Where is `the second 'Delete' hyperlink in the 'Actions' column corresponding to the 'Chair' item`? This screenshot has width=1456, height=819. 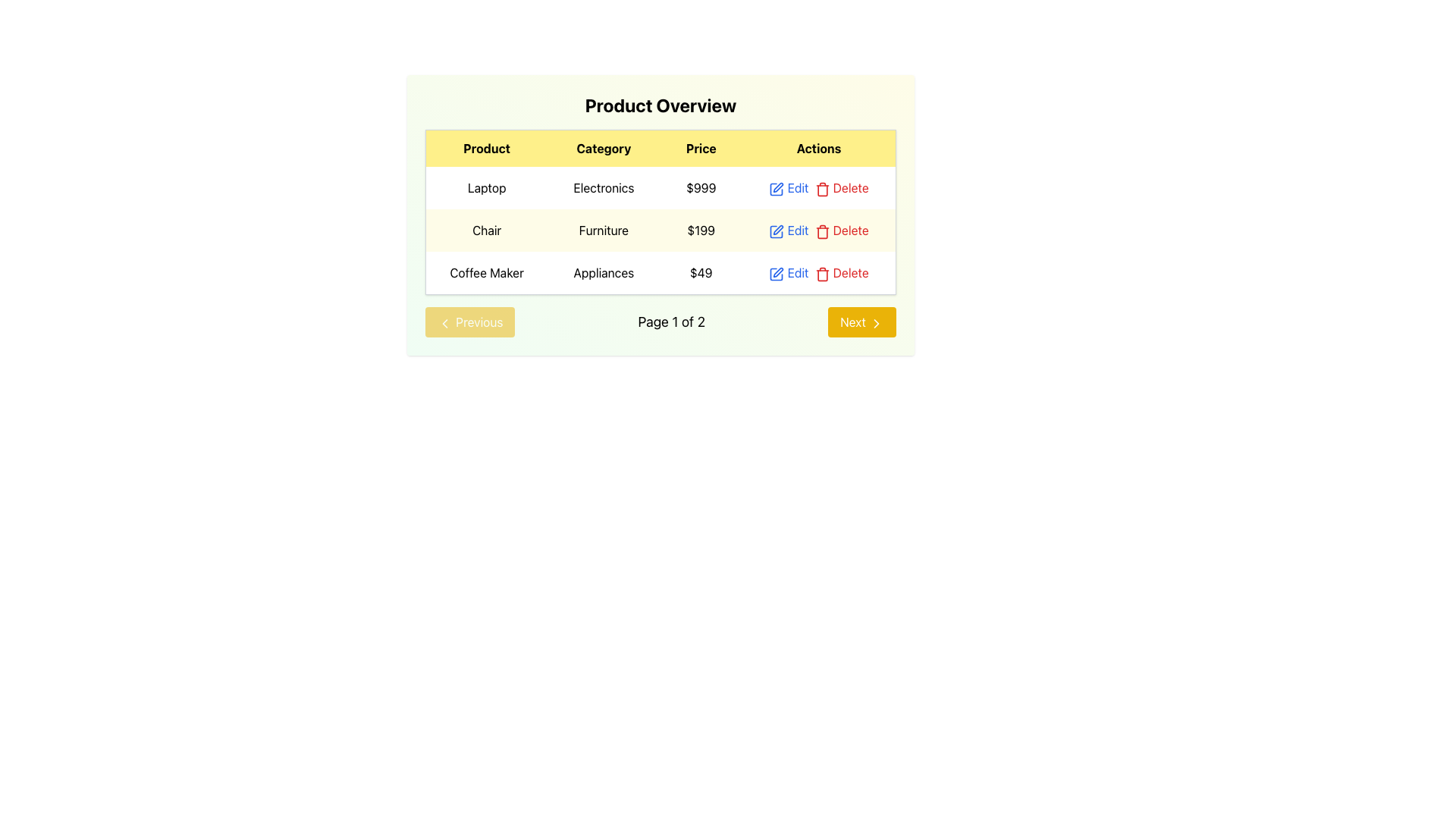
the second 'Delete' hyperlink in the 'Actions' column corresponding to the 'Chair' item is located at coordinates (841, 231).